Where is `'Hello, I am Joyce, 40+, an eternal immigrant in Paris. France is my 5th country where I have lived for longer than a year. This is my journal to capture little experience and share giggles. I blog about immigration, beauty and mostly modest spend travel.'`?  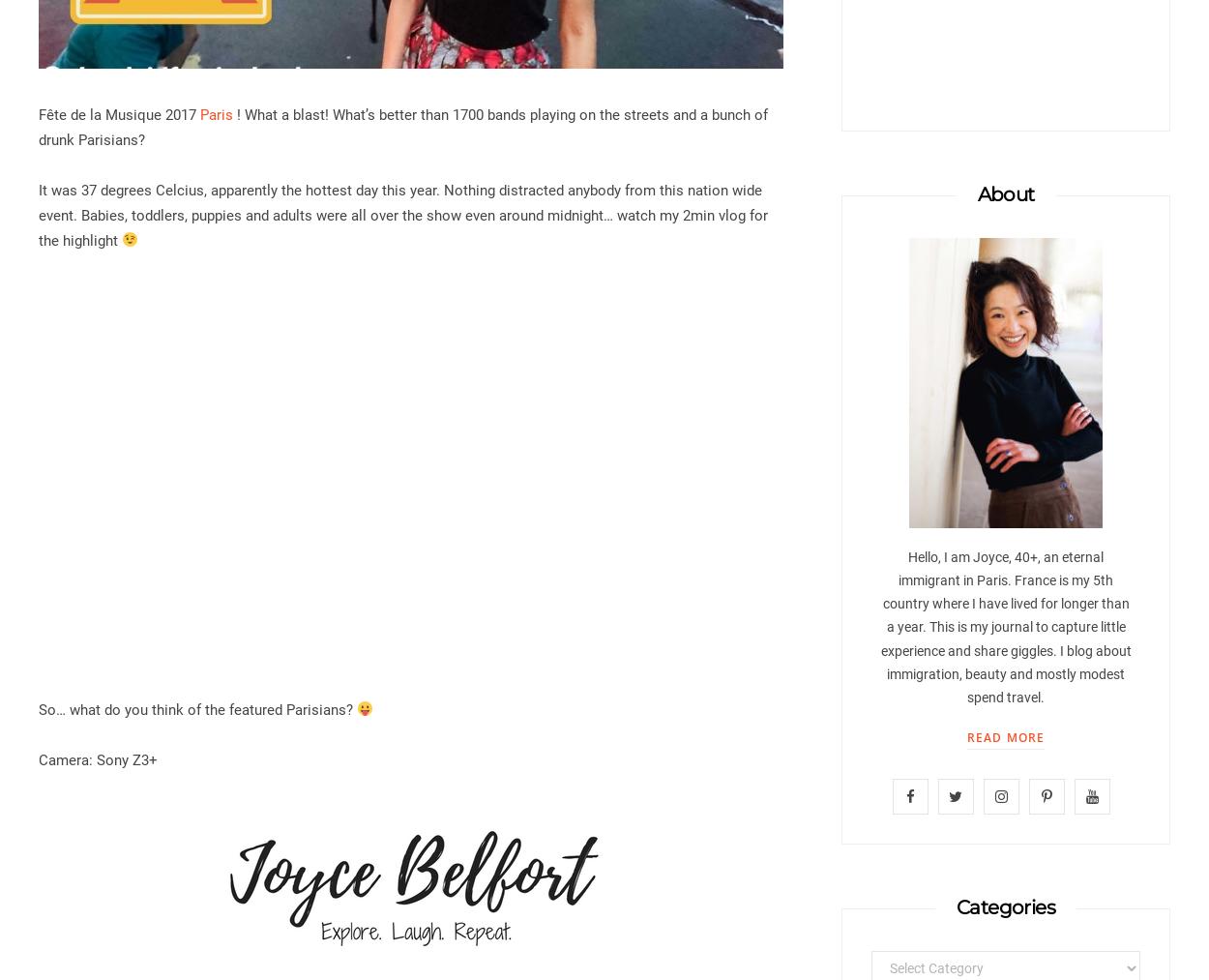 'Hello, I am Joyce, 40+, an eternal immigrant in Paris. France is my 5th country where I have lived for longer than a year. This is my journal to capture little experience and share giggles. I blog about immigration, beauty and mostly modest spend travel.' is located at coordinates (1005, 626).